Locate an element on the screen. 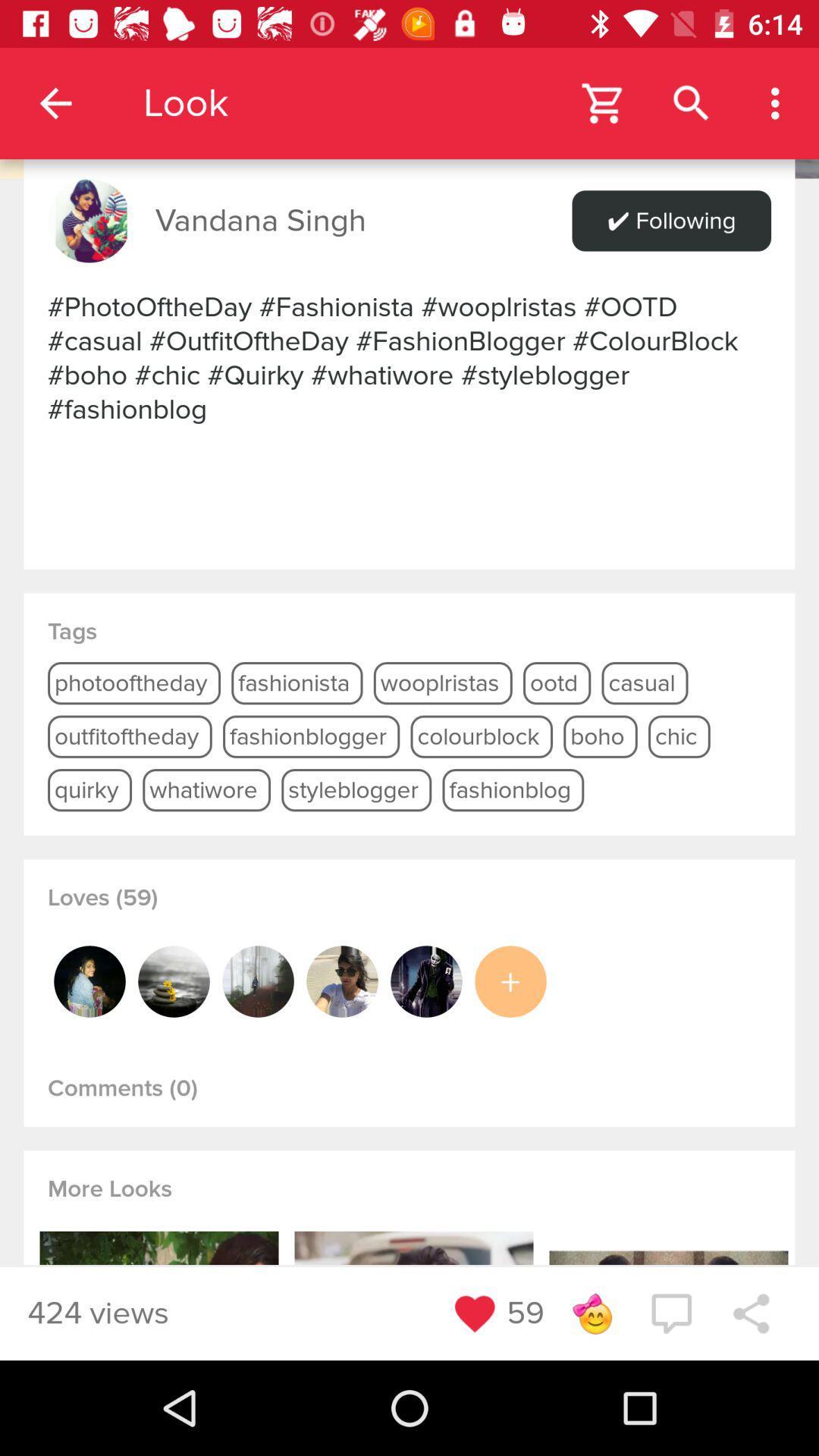  icon below the loves (59) icon is located at coordinates (342, 981).